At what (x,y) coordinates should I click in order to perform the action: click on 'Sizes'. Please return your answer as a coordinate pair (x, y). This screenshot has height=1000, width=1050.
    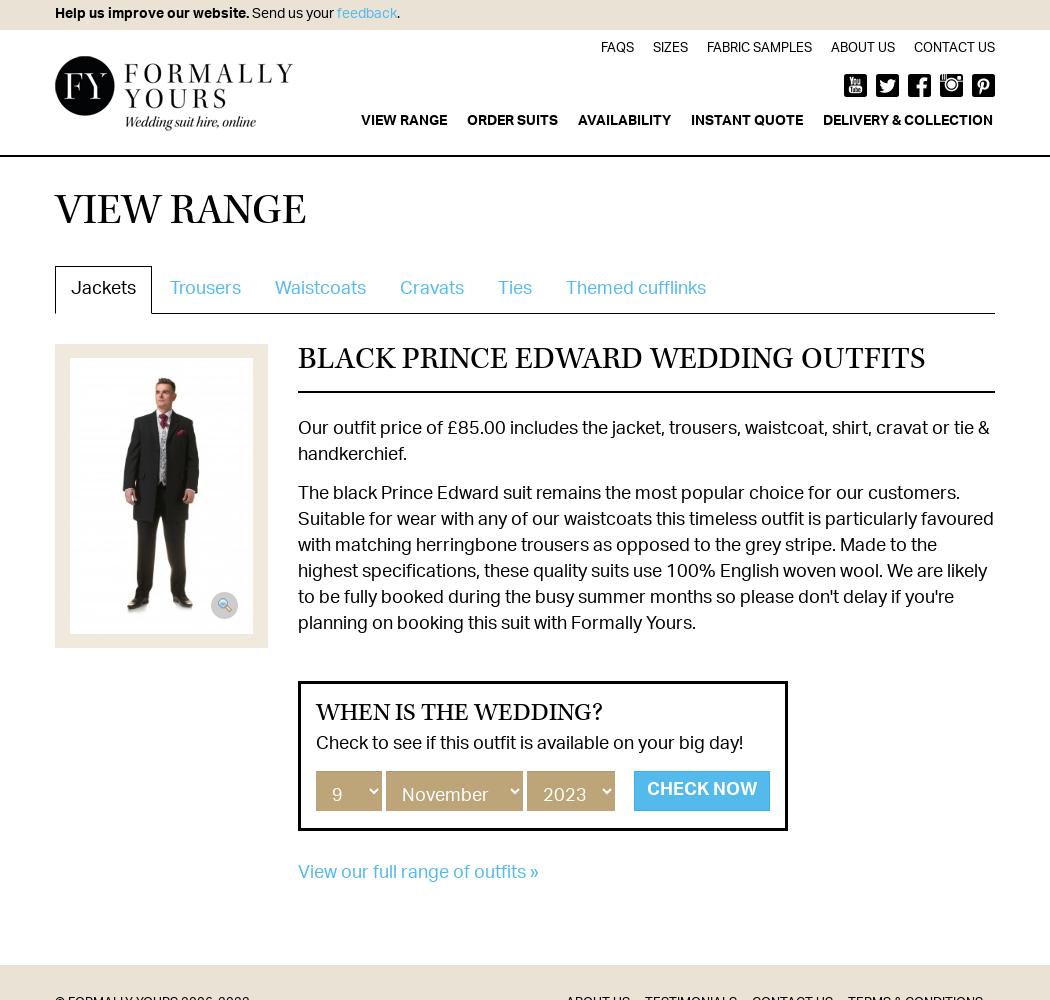
    Looking at the image, I should click on (669, 48).